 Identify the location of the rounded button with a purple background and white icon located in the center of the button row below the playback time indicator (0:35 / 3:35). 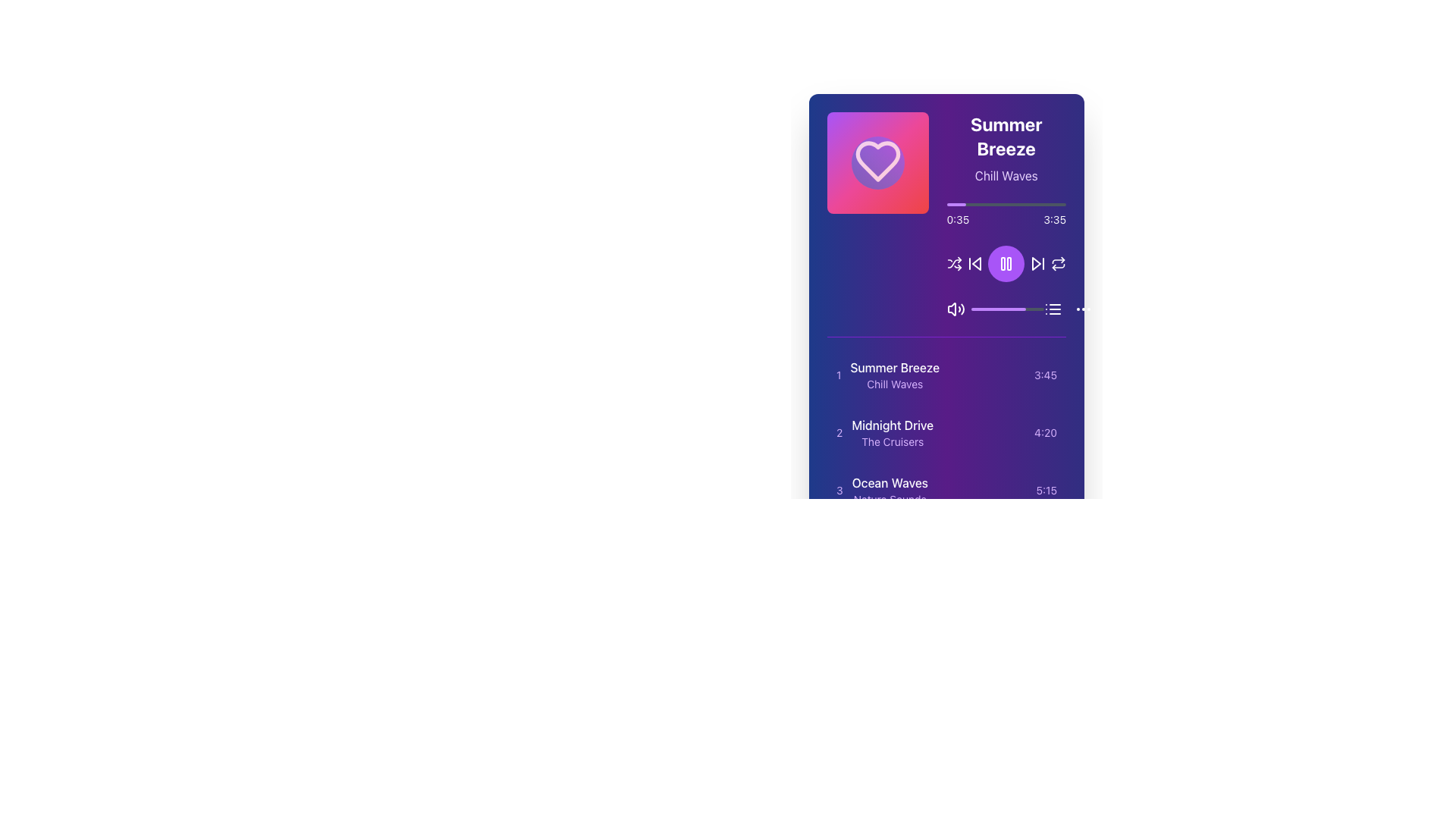
(1006, 262).